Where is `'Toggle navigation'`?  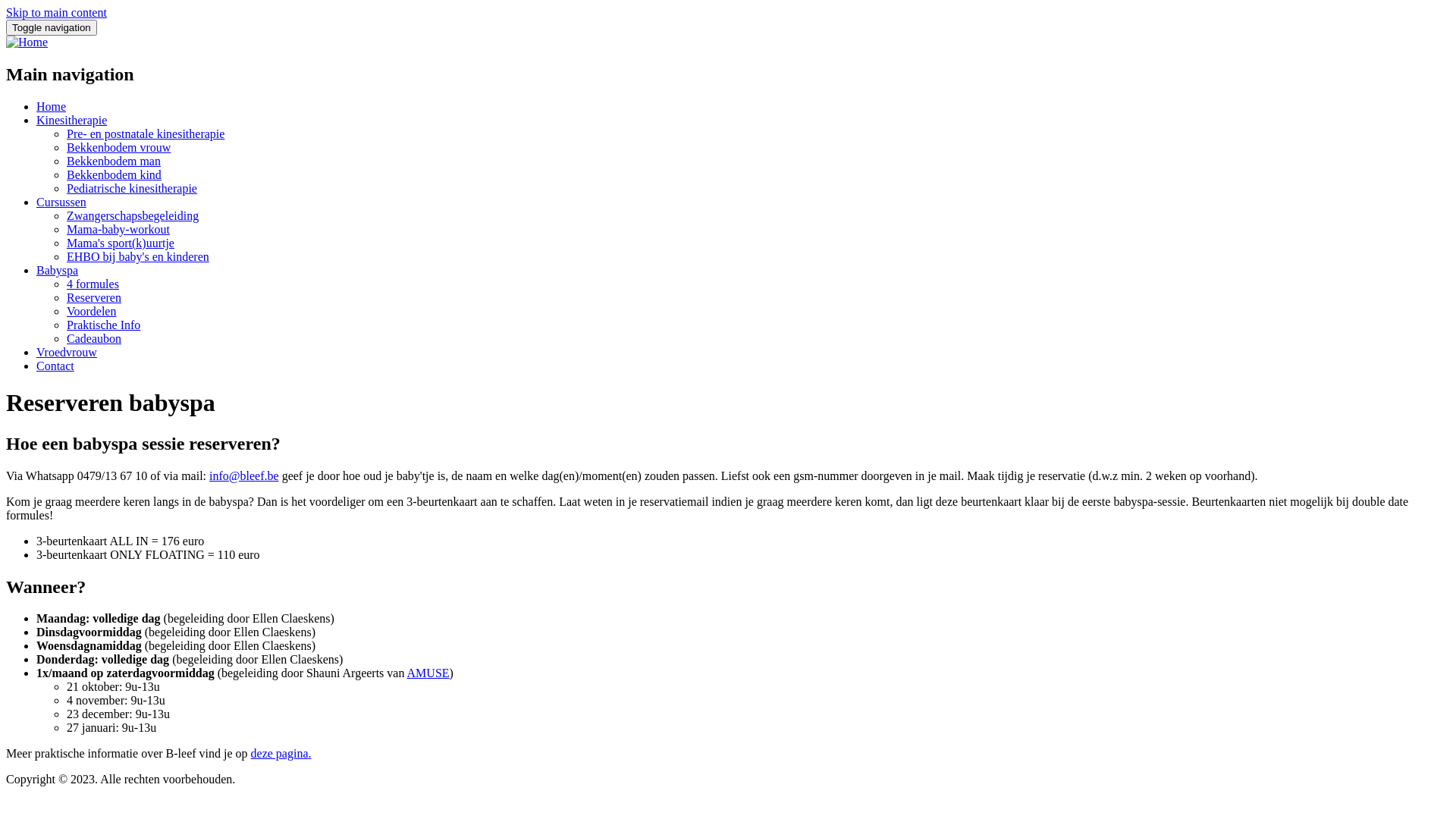
'Toggle navigation' is located at coordinates (51, 27).